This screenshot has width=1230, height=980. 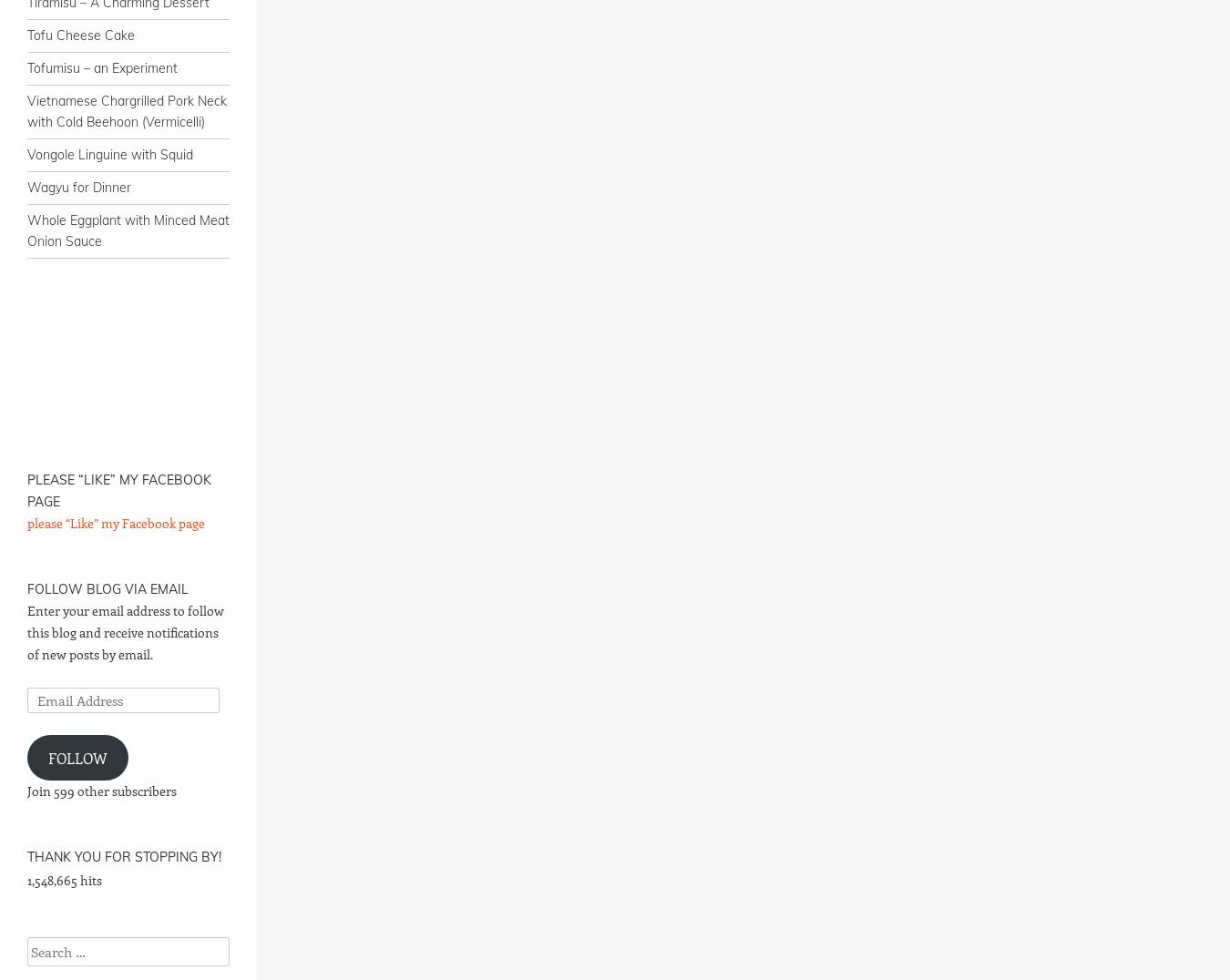 What do you see at coordinates (101, 67) in the screenshot?
I see `'Tofumisu – an Experiment'` at bounding box center [101, 67].